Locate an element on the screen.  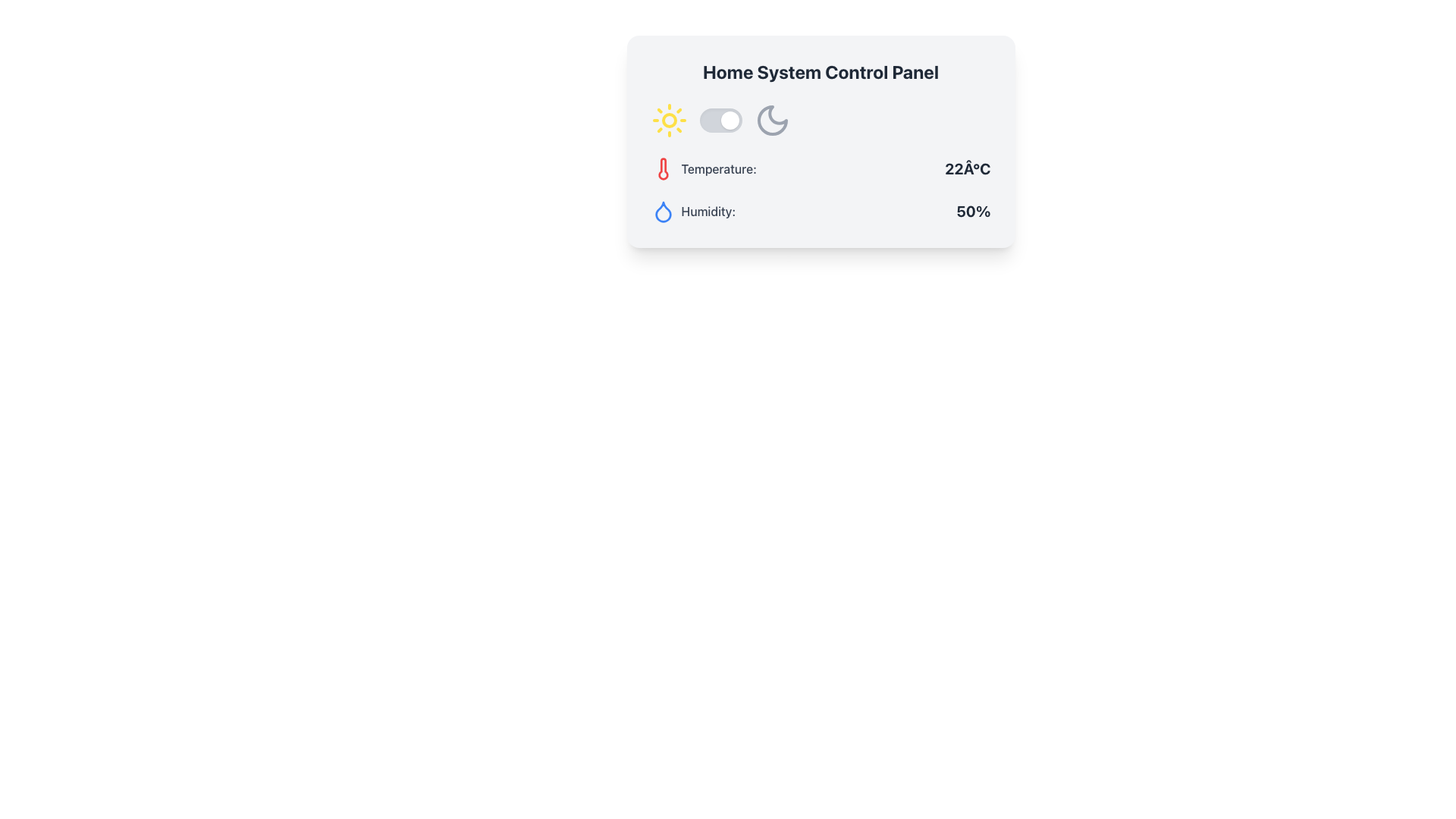
displayed temperature value '22Â°C' from the static text label, which is styled in bold, extra-large dark gray font and is positioned to the right of the 'Temperature:' label and thermometer icon is located at coordinates (967, 169).